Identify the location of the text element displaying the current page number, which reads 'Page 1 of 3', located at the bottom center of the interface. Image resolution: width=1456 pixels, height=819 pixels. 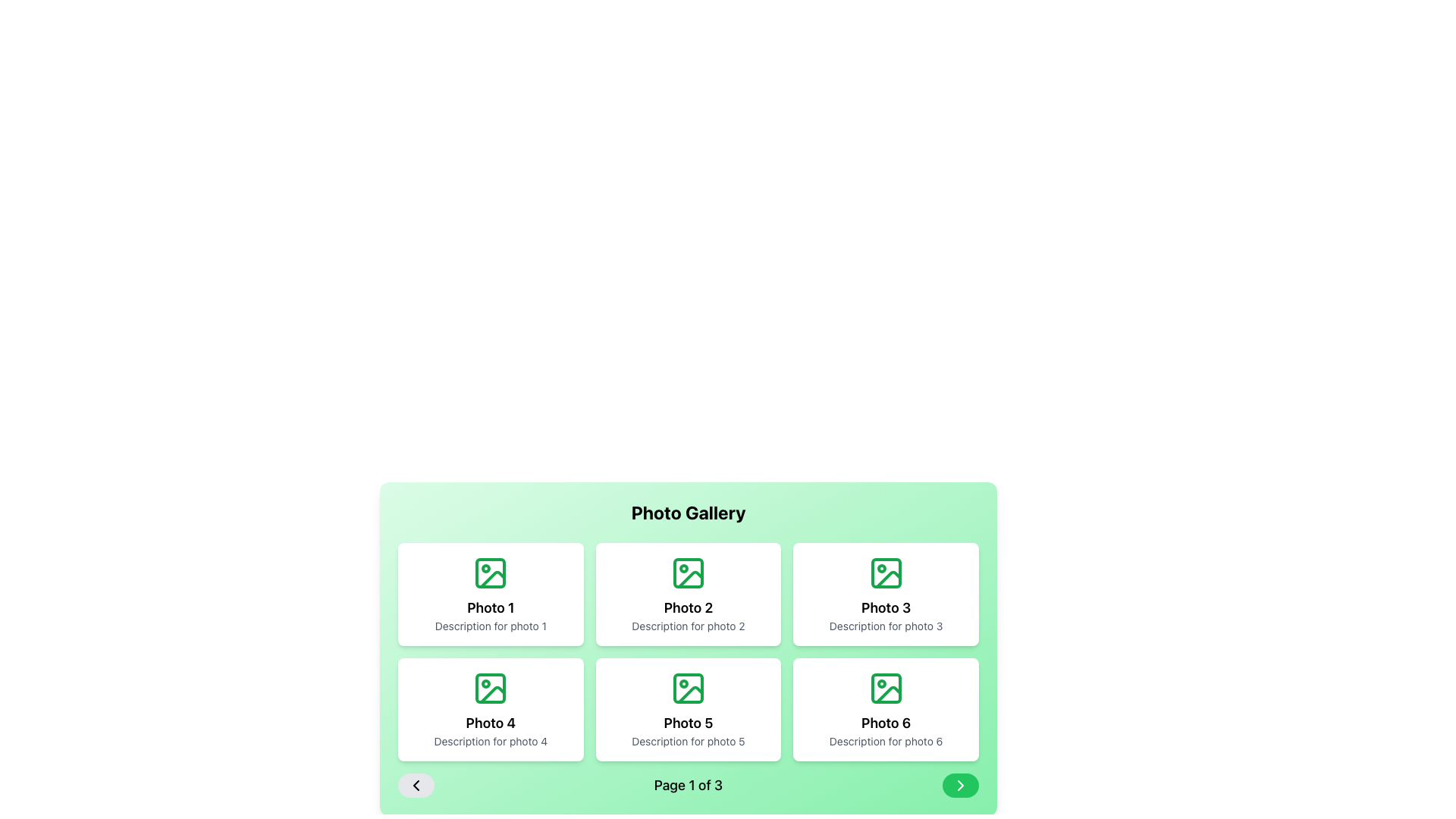
(687, 785).